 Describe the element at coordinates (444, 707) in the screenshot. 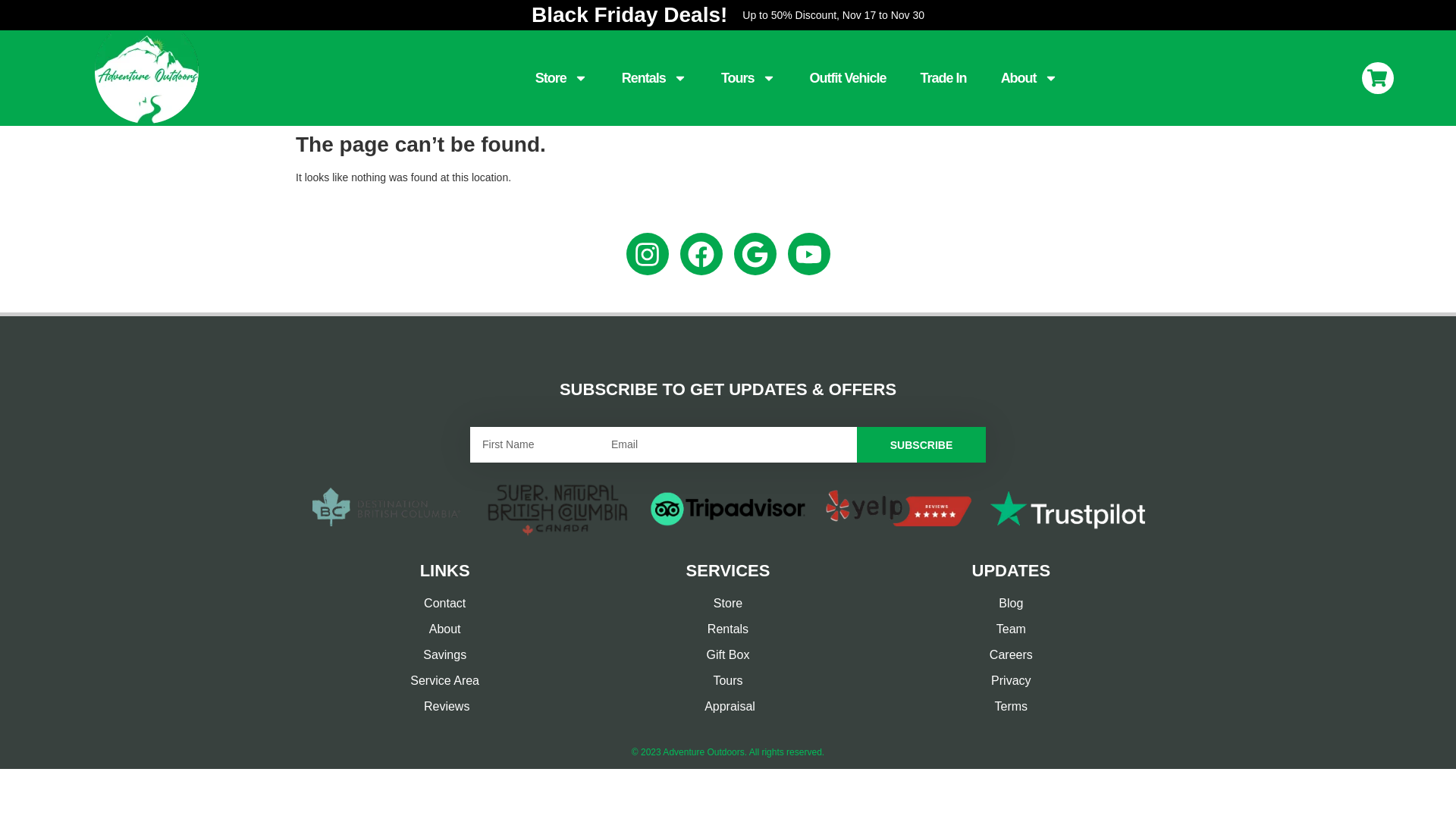

I see `'Reviews'` at that location.